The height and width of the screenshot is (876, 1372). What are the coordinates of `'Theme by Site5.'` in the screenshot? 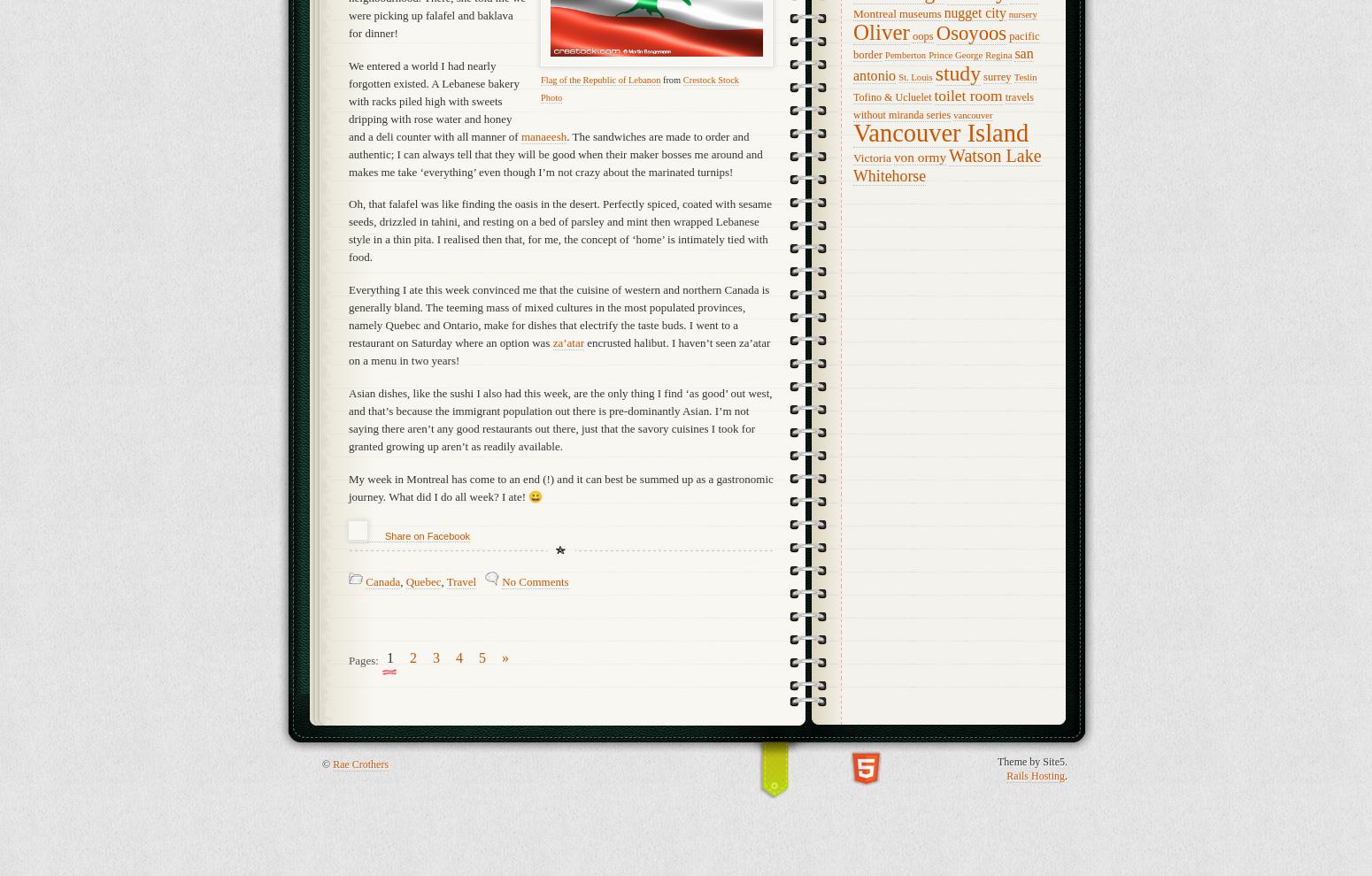 It's located at (997, 762).